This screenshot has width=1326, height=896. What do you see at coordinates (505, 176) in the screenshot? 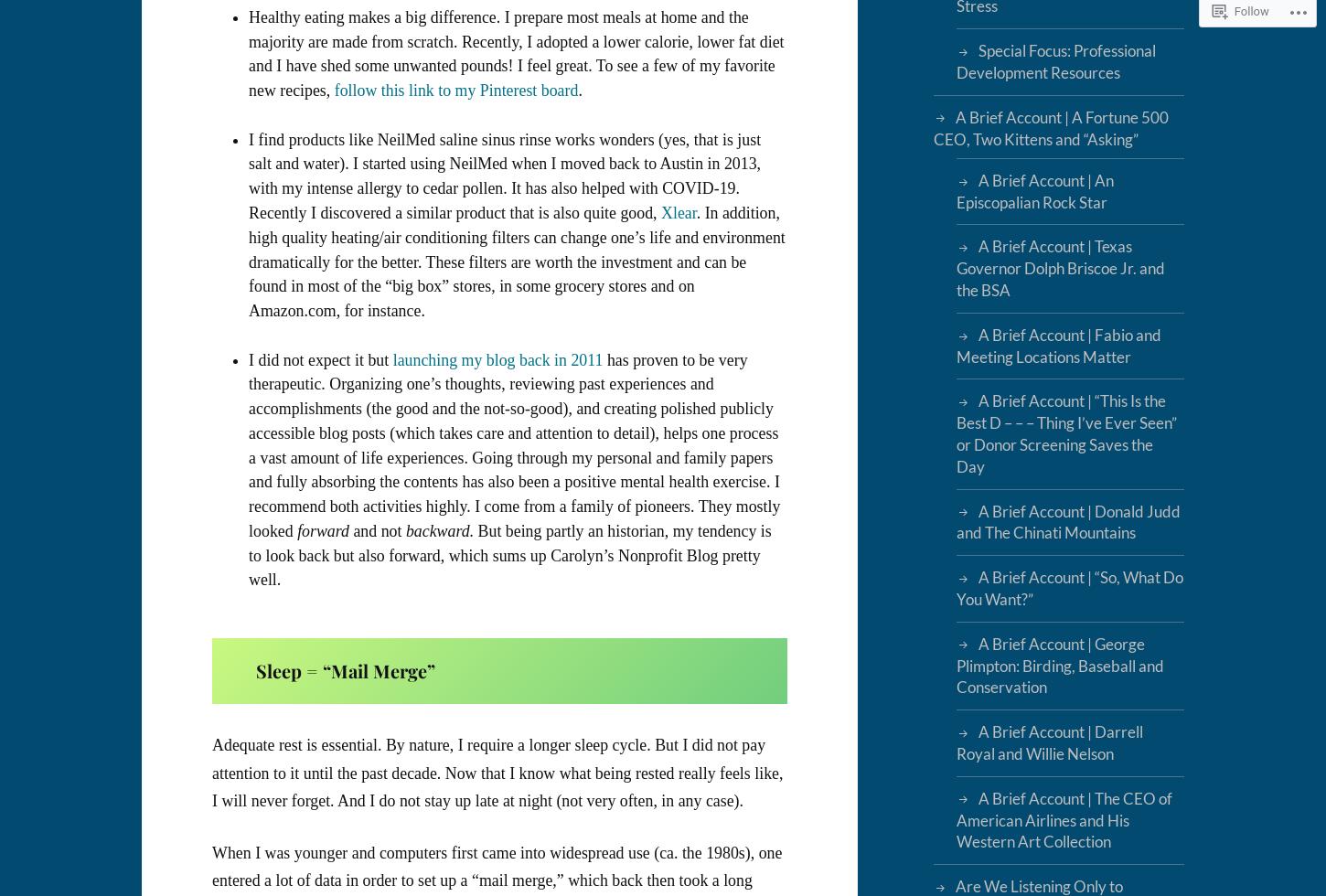
I see `'I find products like NeilMed saline sinus rinse works wonders (yes, that is just salt and water). I started using NeilMed when I moved back to Austin in 2013, with my intense allergy to cedar pollen. It has also helped with COVID-19. Recently I discovered a similar product that is also quite good,'` at bounding box center [505, 176].